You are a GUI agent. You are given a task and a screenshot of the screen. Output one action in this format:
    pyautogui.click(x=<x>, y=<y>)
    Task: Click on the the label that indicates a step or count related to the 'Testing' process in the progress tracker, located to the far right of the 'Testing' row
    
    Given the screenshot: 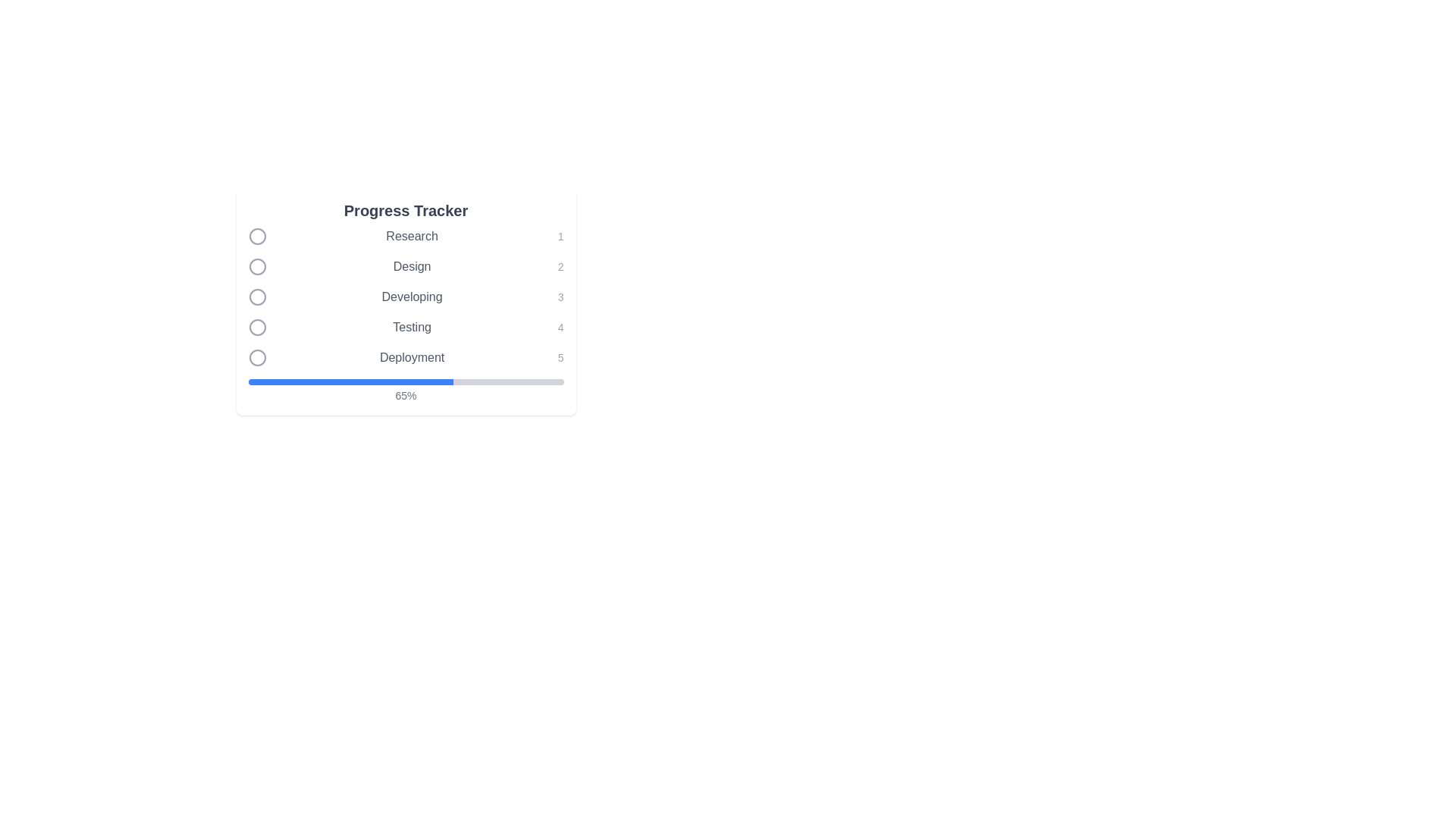 What is the action you would take?
    pyautogui.click(x=560, y=327)
    